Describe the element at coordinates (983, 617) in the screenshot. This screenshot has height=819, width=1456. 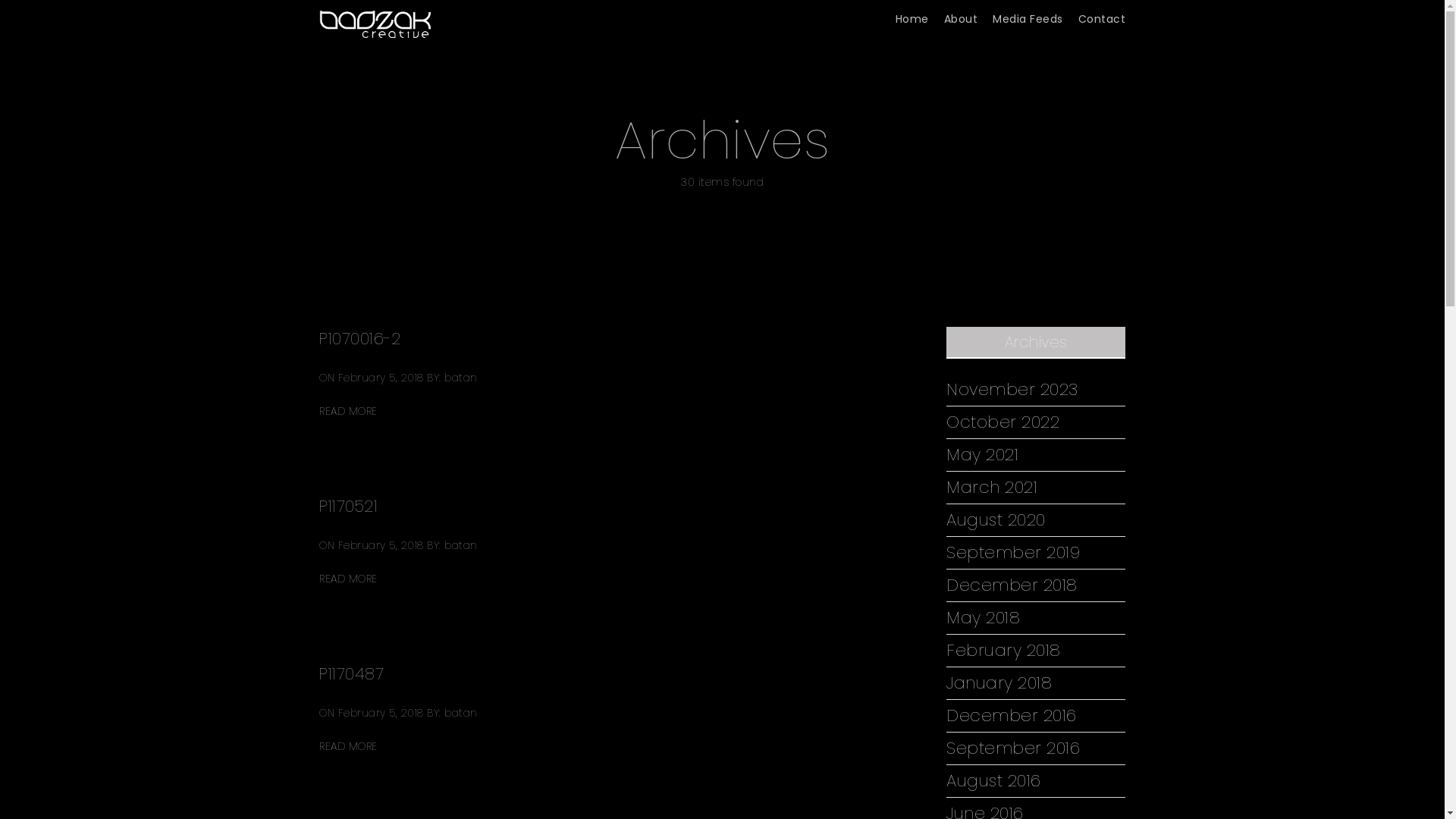
I see `'May 2018'` at that location.